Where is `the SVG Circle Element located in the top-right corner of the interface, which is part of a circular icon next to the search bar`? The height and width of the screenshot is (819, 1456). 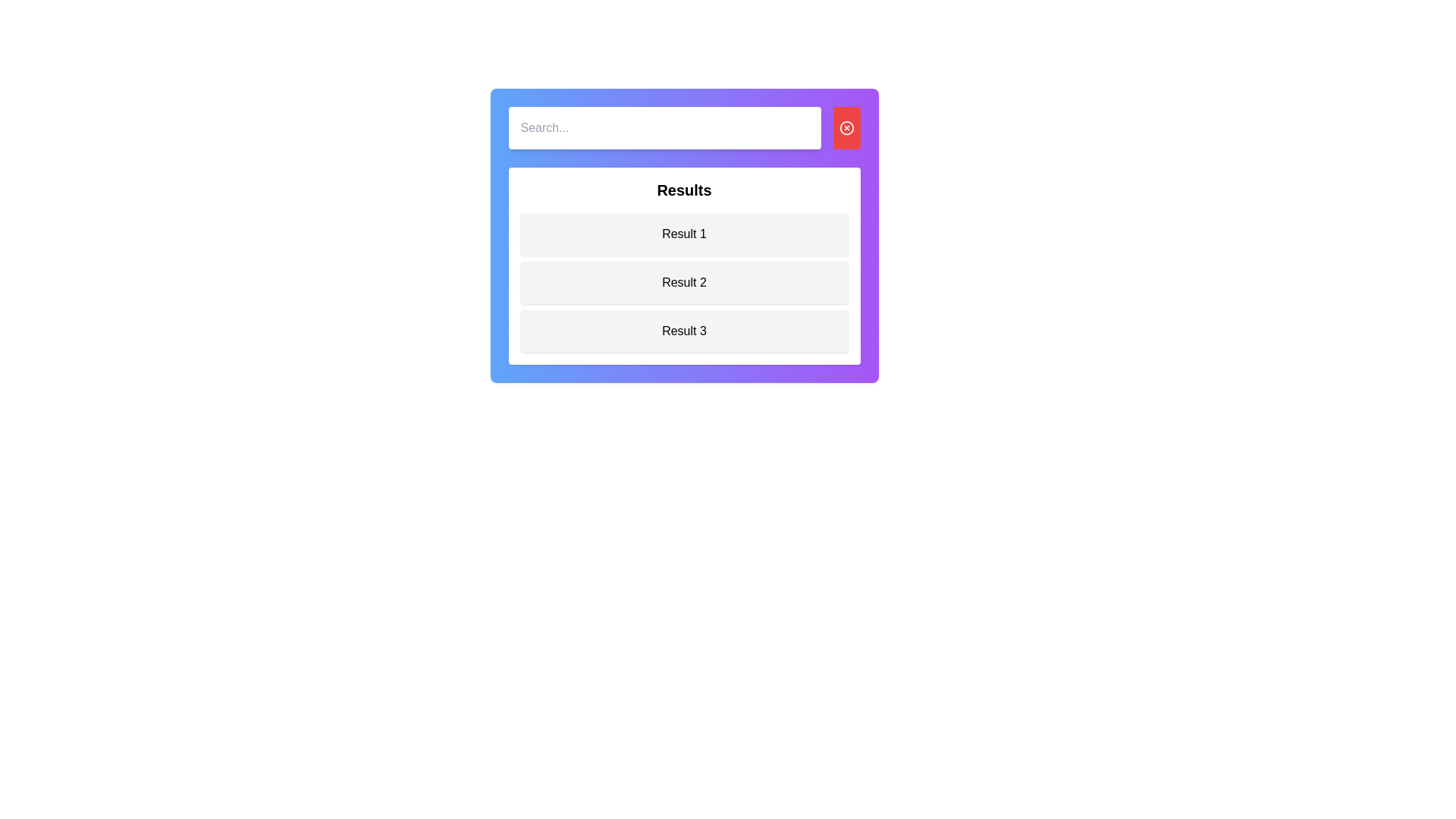 the SVG Circle Element located in the top-right corner of the interface, which is part of a circular icon next to the search bar is located at coordinates (846, 127).